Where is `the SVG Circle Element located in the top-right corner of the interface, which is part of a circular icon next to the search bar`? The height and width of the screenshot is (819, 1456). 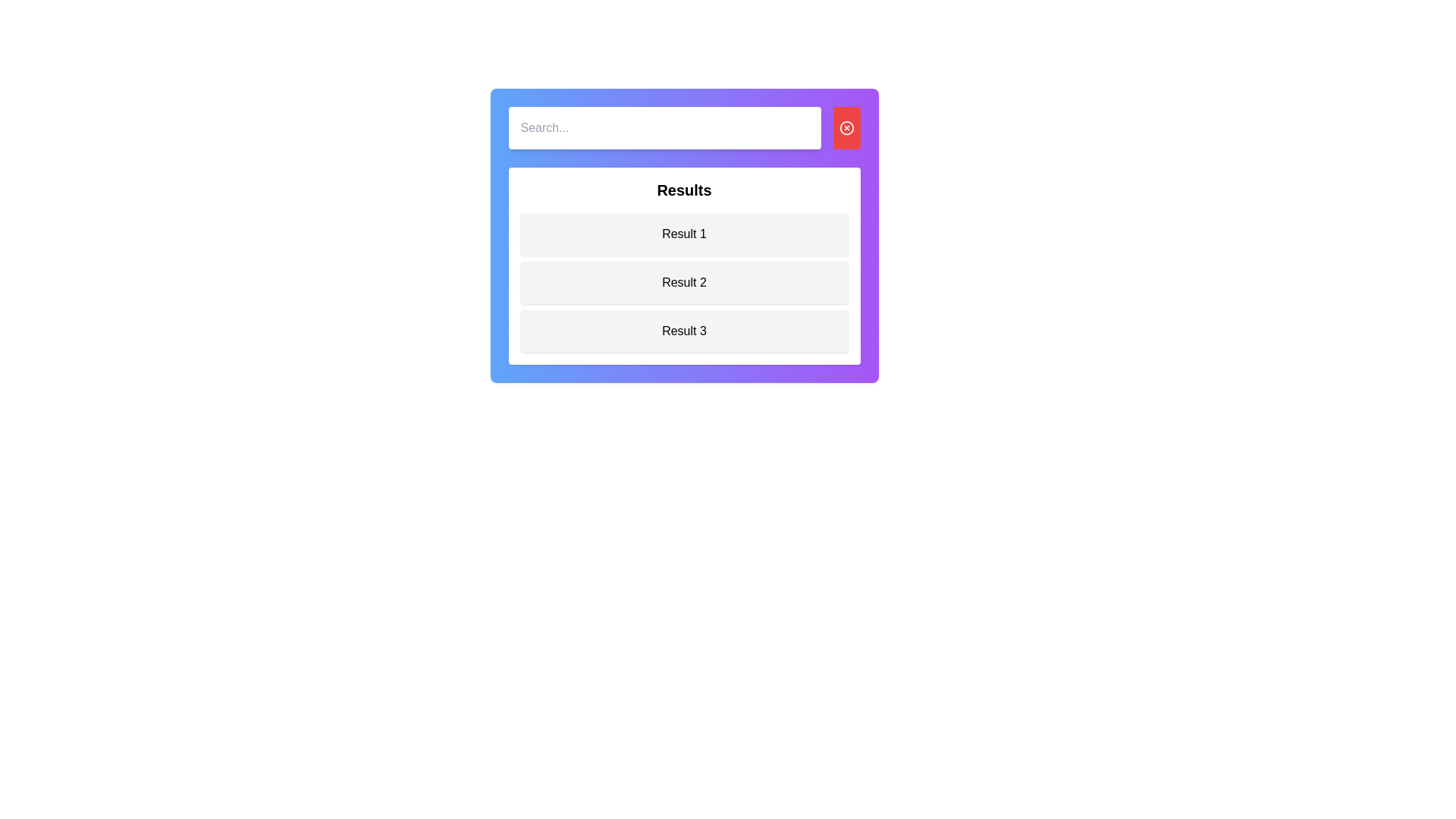 the SVG Circle Element located in the top-right corner of the interface, which is part of a circular icon next to the search bar is located at coordinates (846, 127).